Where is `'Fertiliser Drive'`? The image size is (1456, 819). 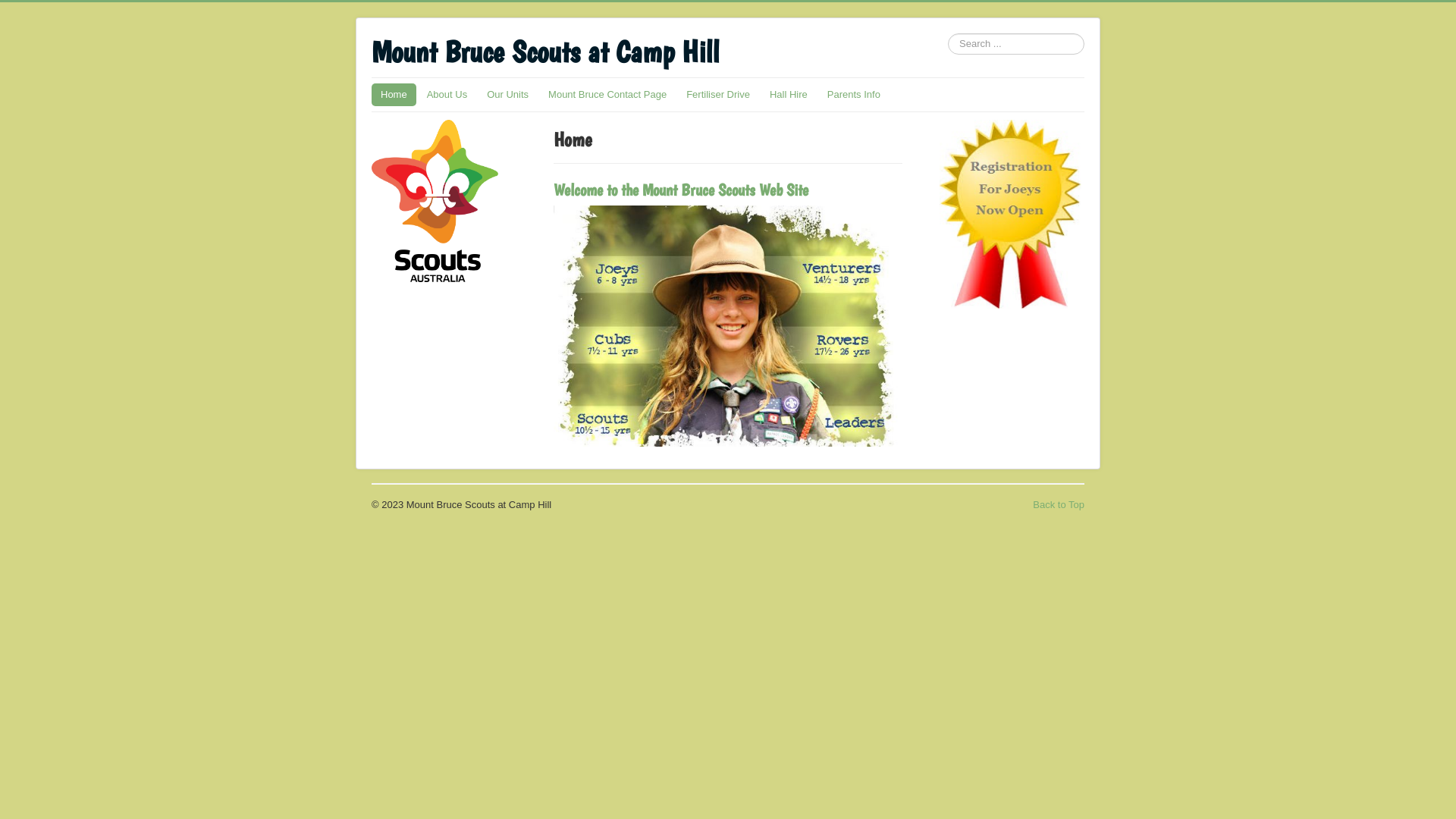 'Fertiliser Drive' is located at coordinates (717, 94).